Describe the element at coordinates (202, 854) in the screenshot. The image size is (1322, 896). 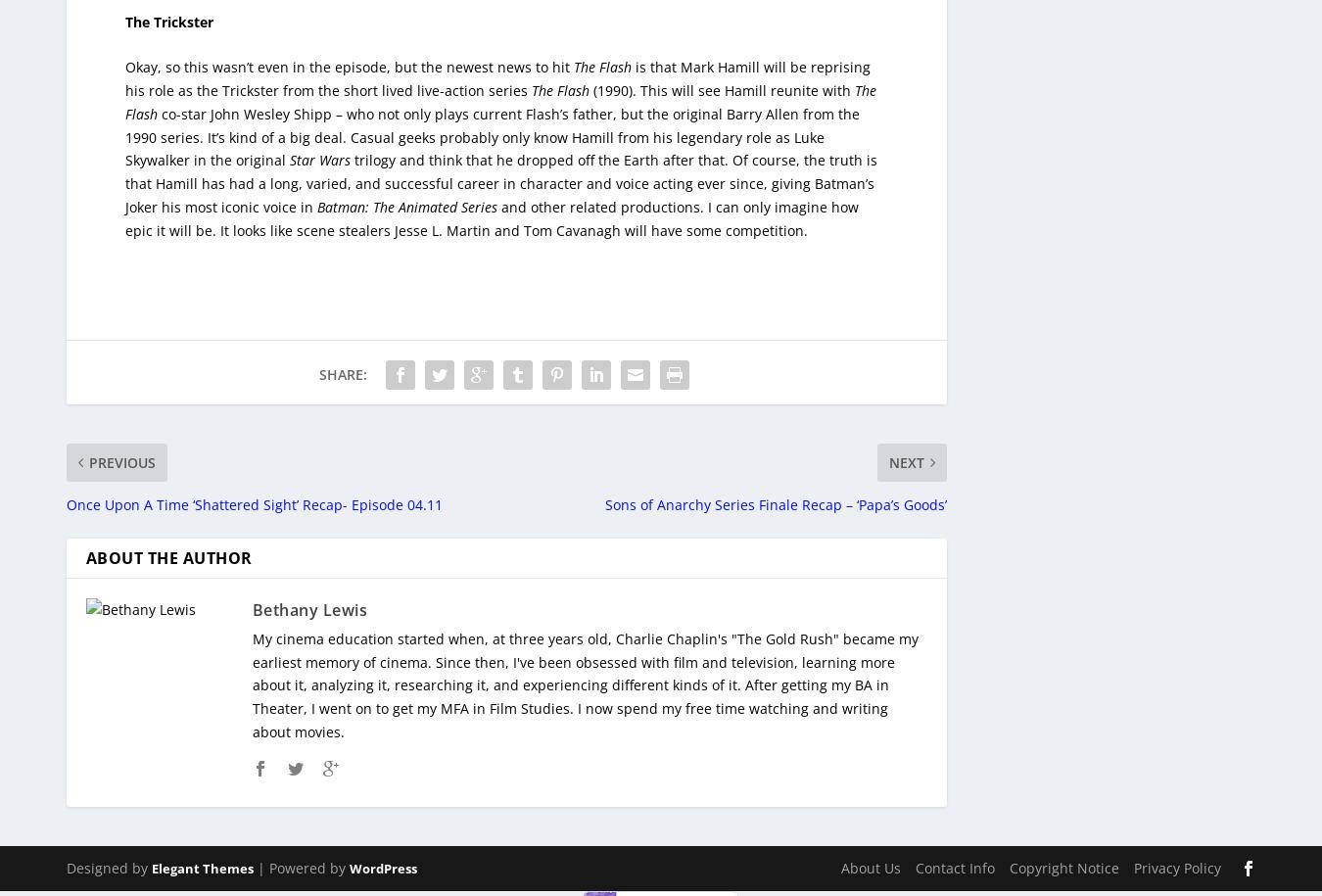
I see `'Elegant Themes'` at that location.